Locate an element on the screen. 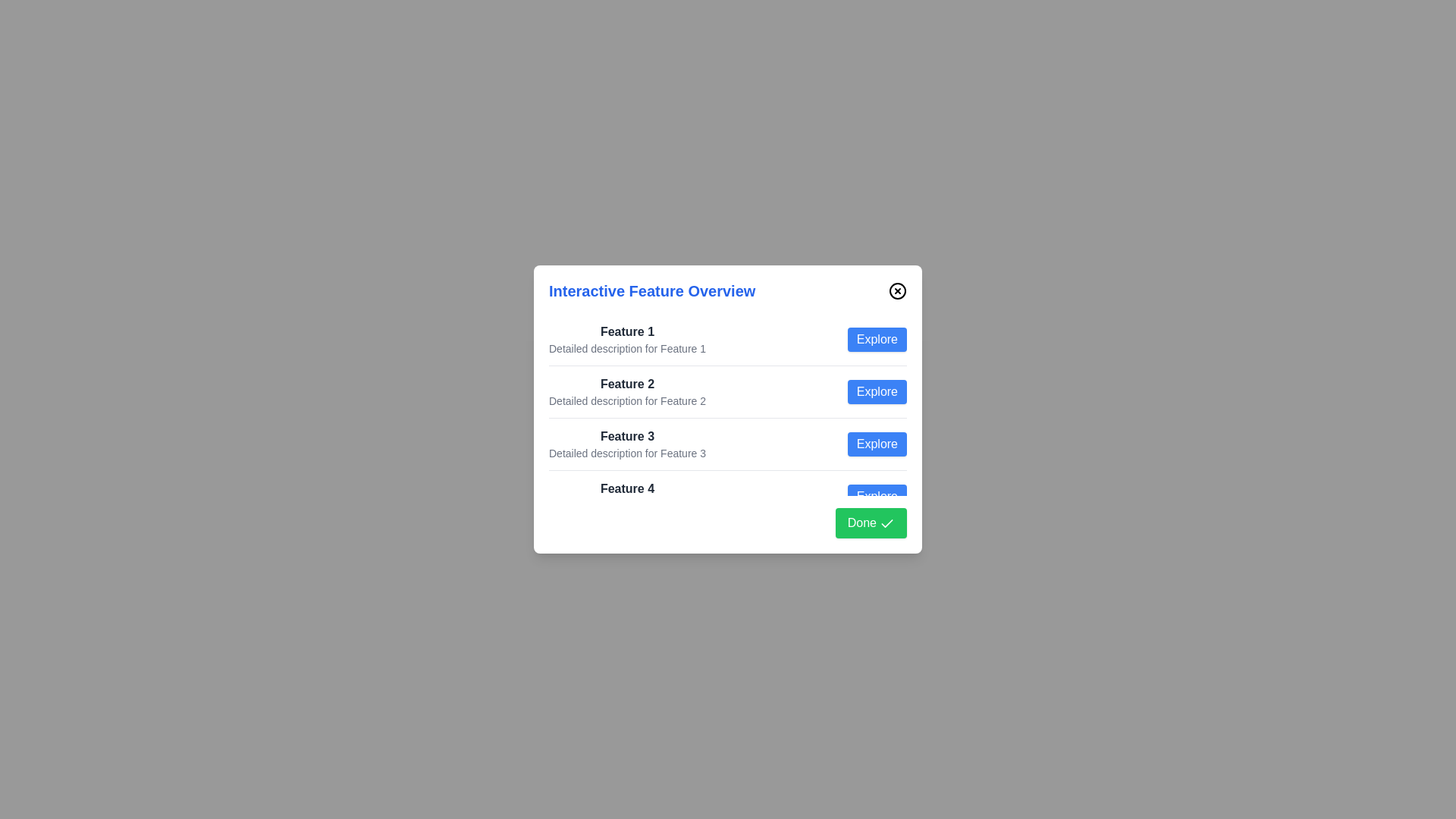 This screenshot has width=1456, height=819. the 'Explore' button for feature 3 is located at coordinates (877, 444).